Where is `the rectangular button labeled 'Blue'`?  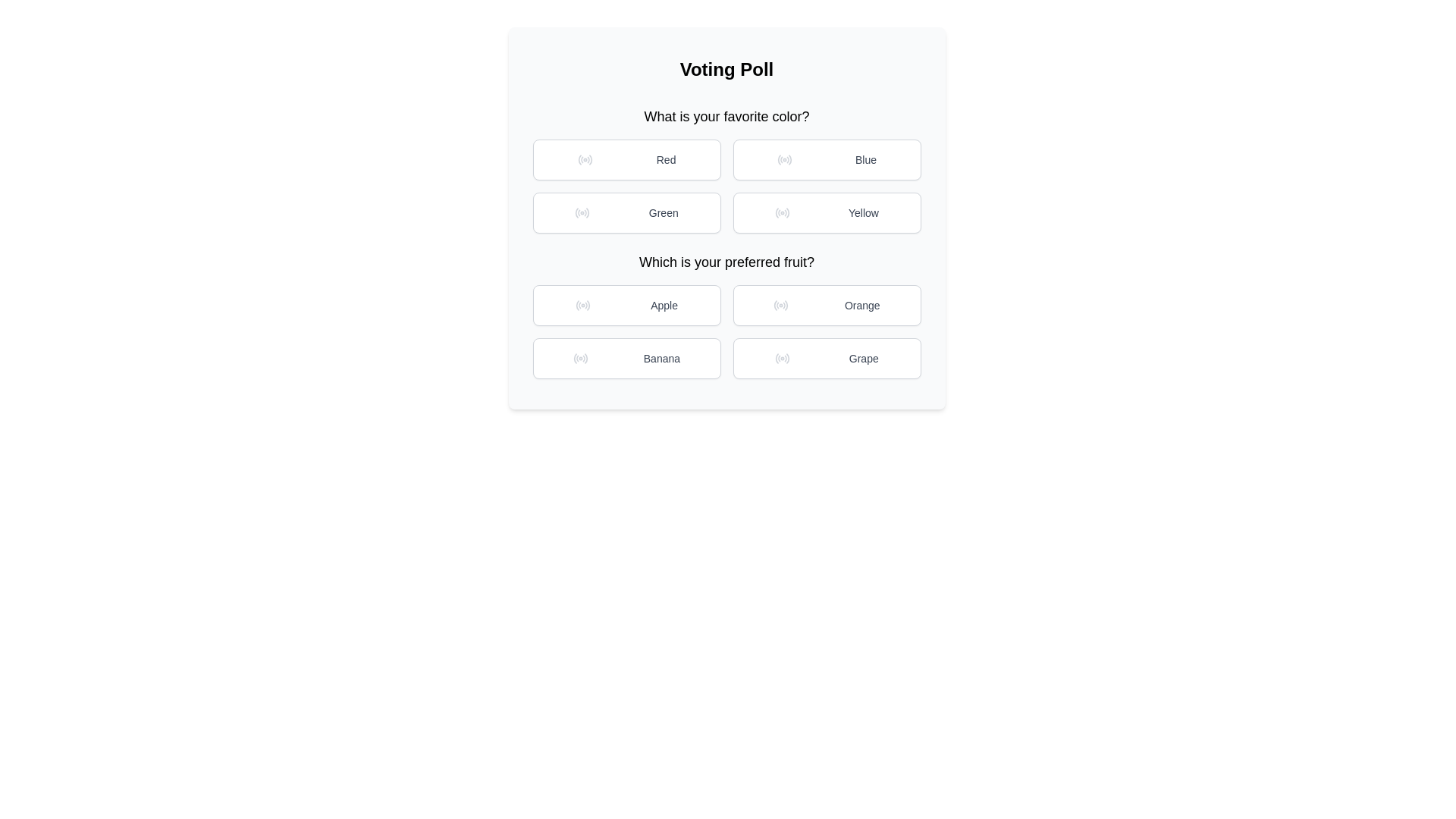 the rectangular button labeled 'Blue' is located at coordinates (826, 160).